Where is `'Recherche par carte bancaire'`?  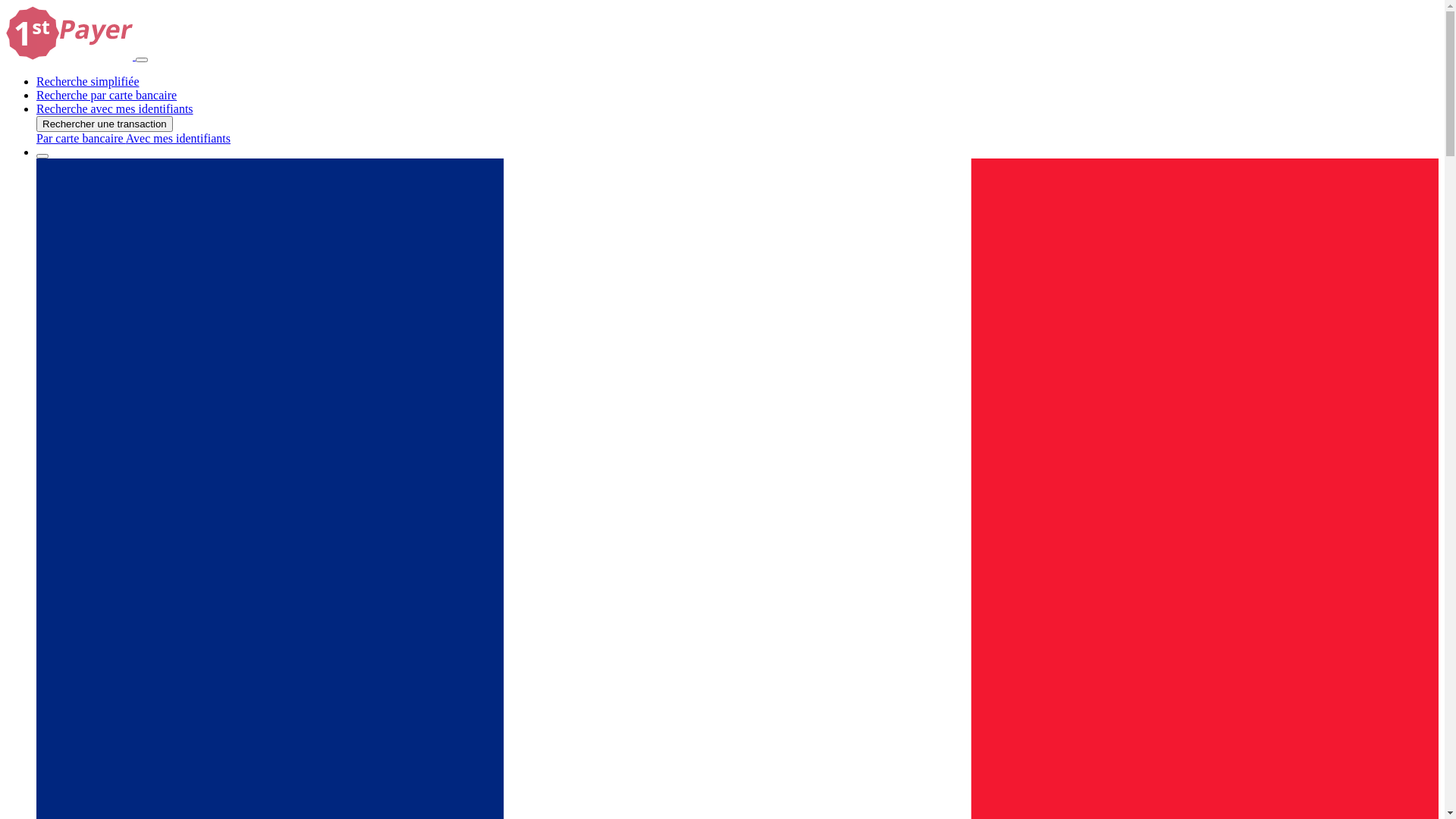
'Recherche par carte bancaire' is located at coordinates (105, 95).